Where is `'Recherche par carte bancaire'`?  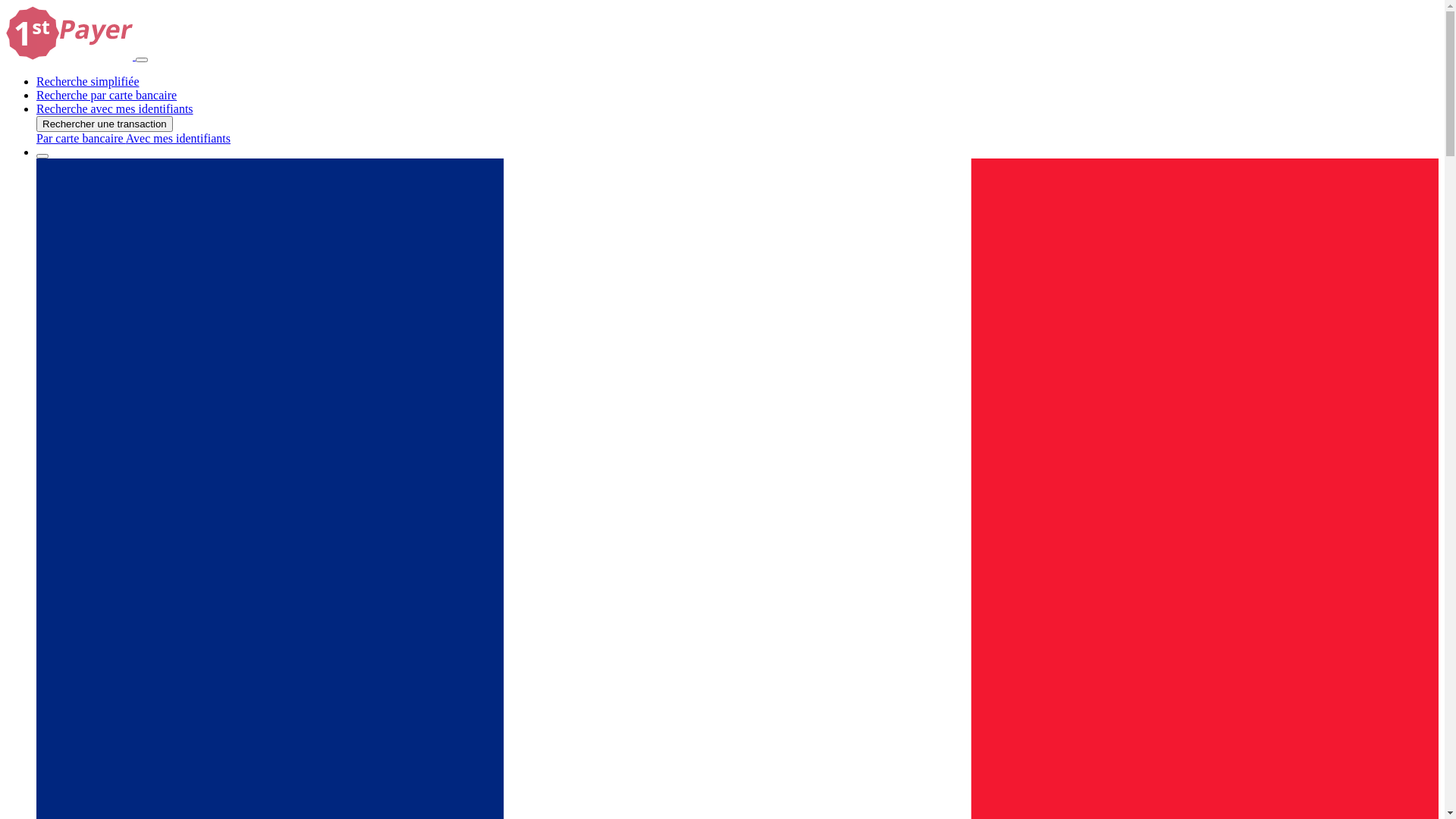
'Recherche par carte bancaire' is located at coordinates (105, 95).